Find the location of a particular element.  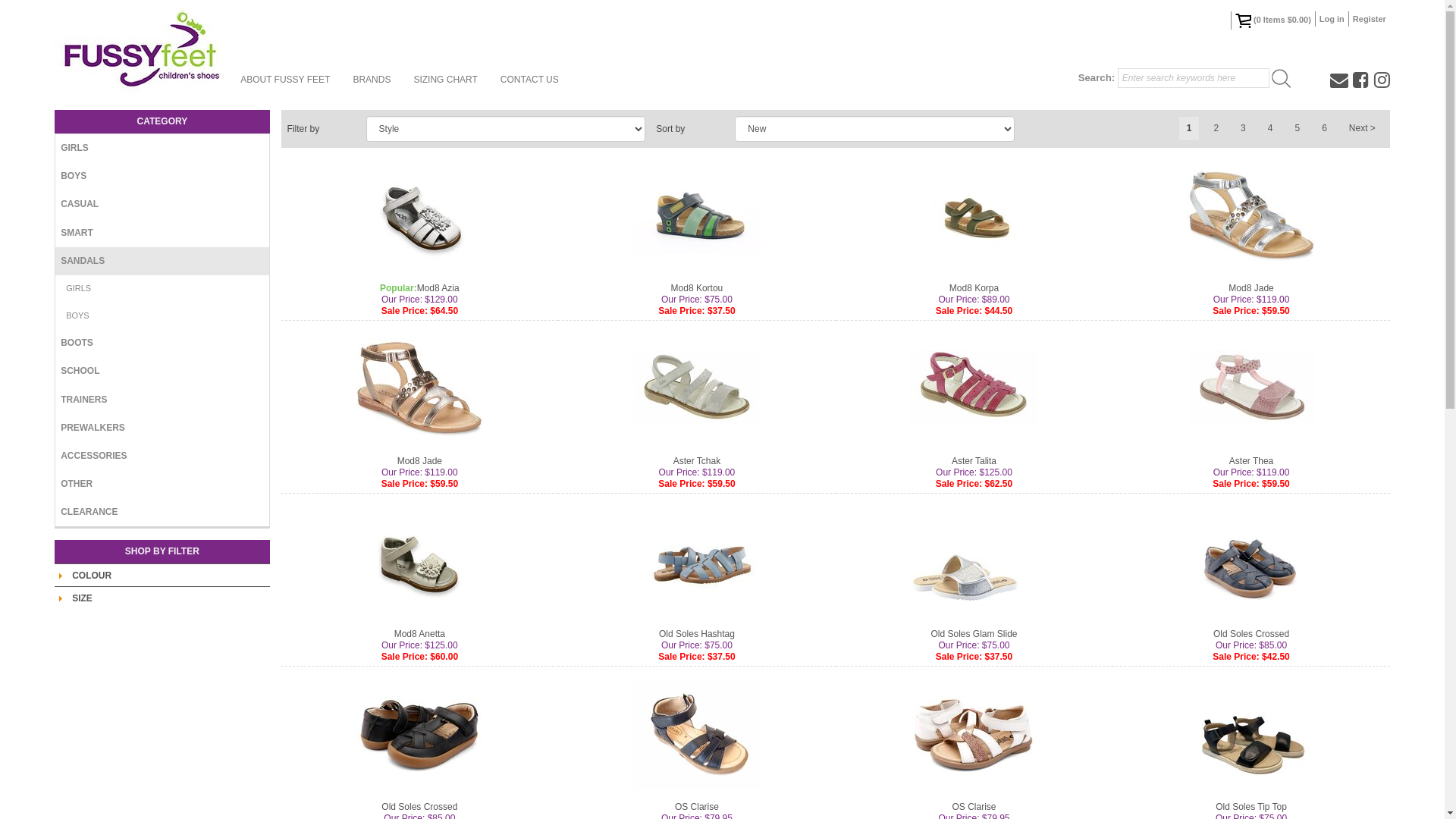

'SIZE' is located at coordinates (81, 598).